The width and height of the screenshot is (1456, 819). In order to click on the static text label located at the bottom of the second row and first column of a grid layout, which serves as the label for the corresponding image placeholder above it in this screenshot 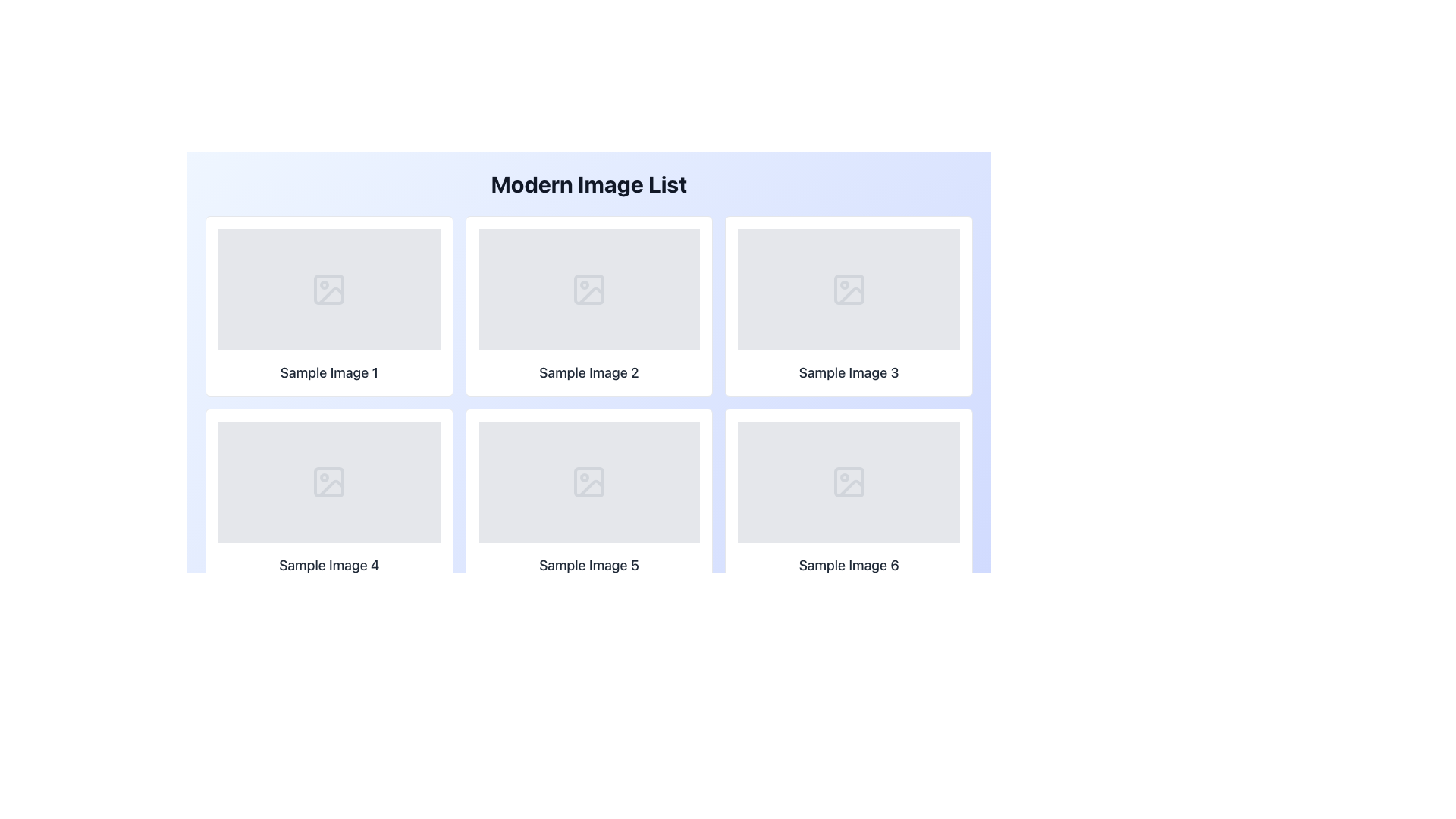, I will do `click(328, 565)`.